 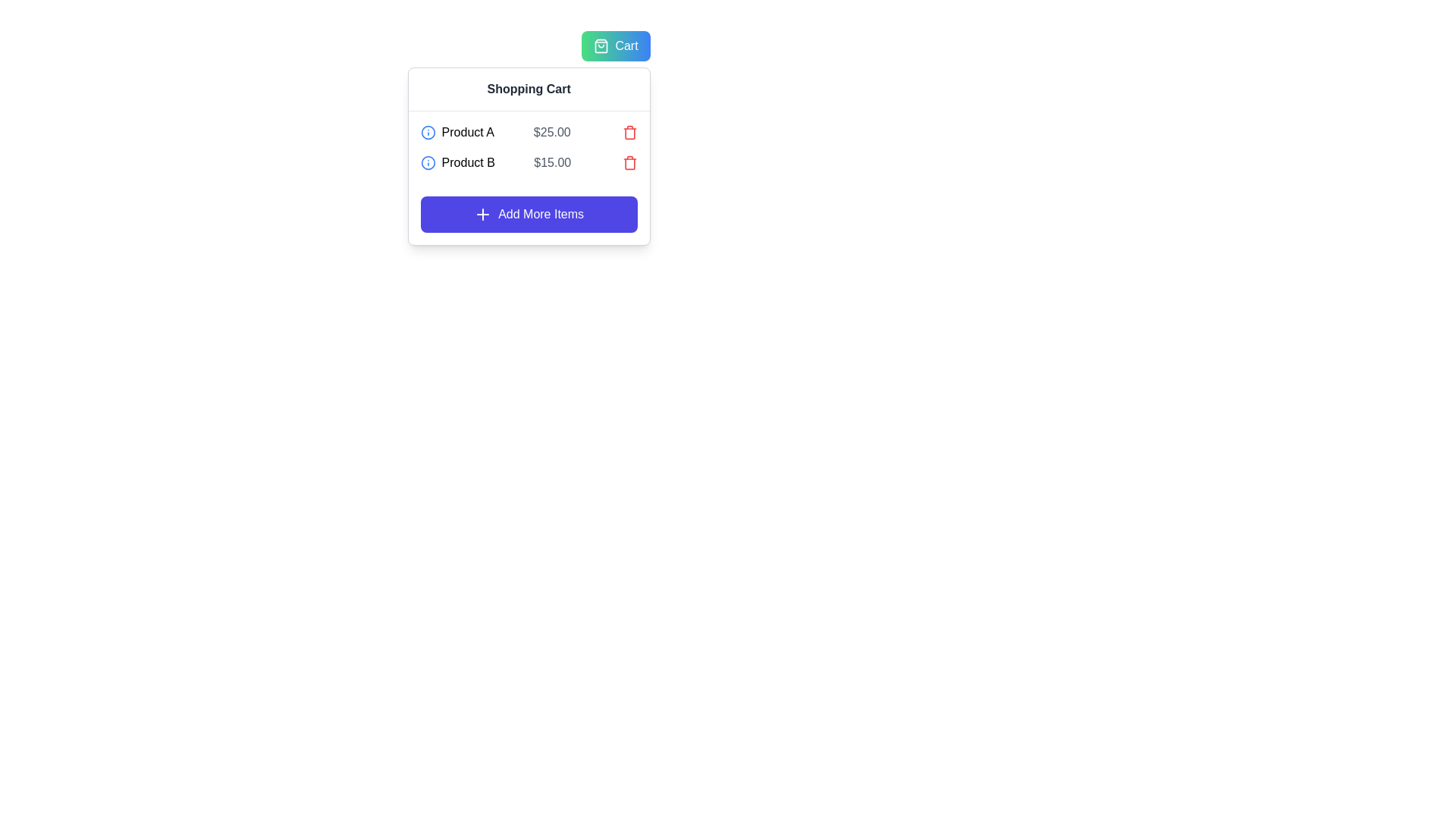 What do you see at coordinates (529, 214) in the screenshot?
I see `the button located at the bottom of the shopping cart panel, which allows users to add additional items to the shopping cart` at bounding box center [529, 214].